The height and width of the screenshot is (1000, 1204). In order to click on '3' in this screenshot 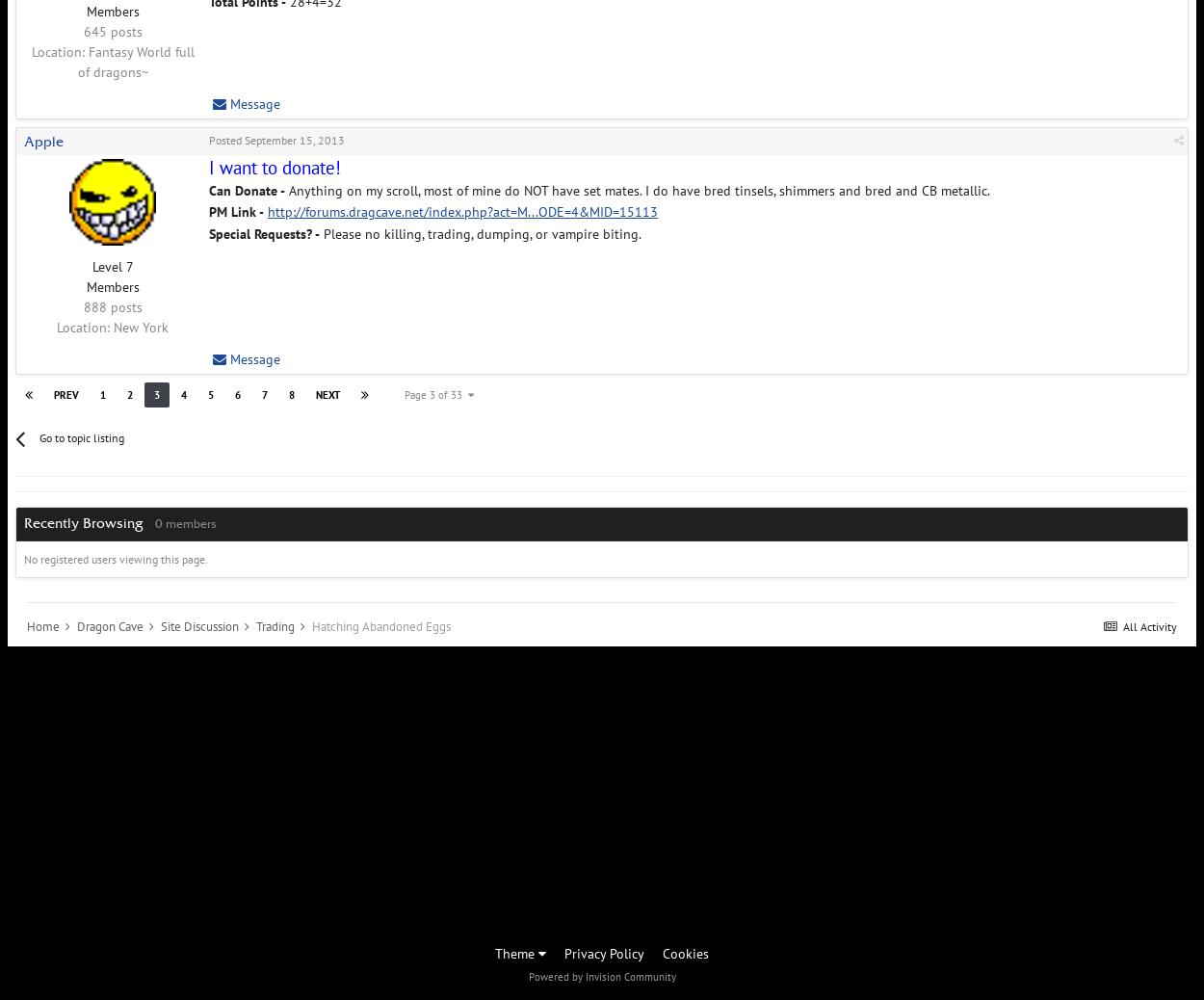, I will do `click(156, 393)`.